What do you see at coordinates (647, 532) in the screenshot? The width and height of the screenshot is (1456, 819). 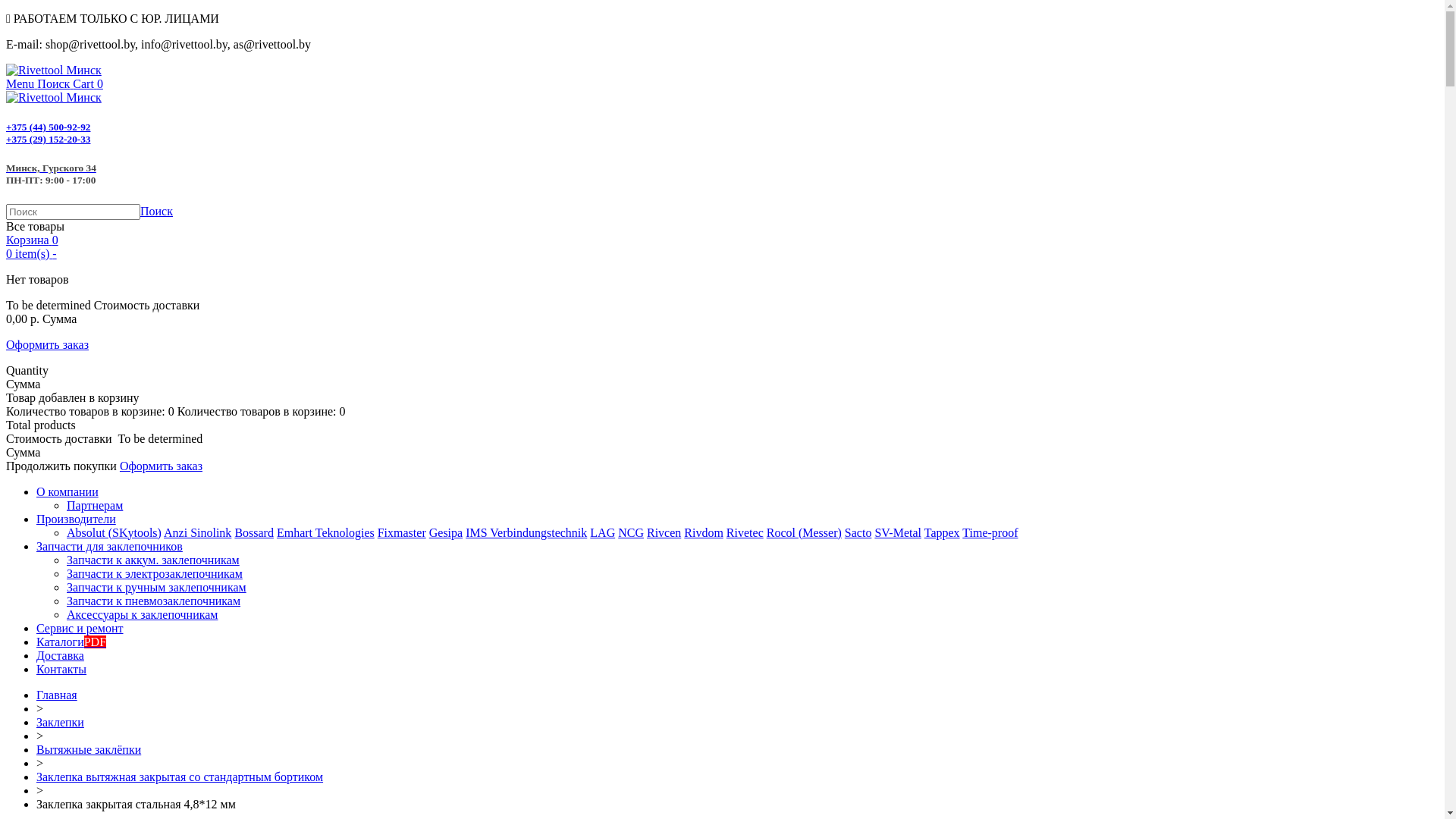 I see `'Rivcen'` at bounding box center [647, 532].